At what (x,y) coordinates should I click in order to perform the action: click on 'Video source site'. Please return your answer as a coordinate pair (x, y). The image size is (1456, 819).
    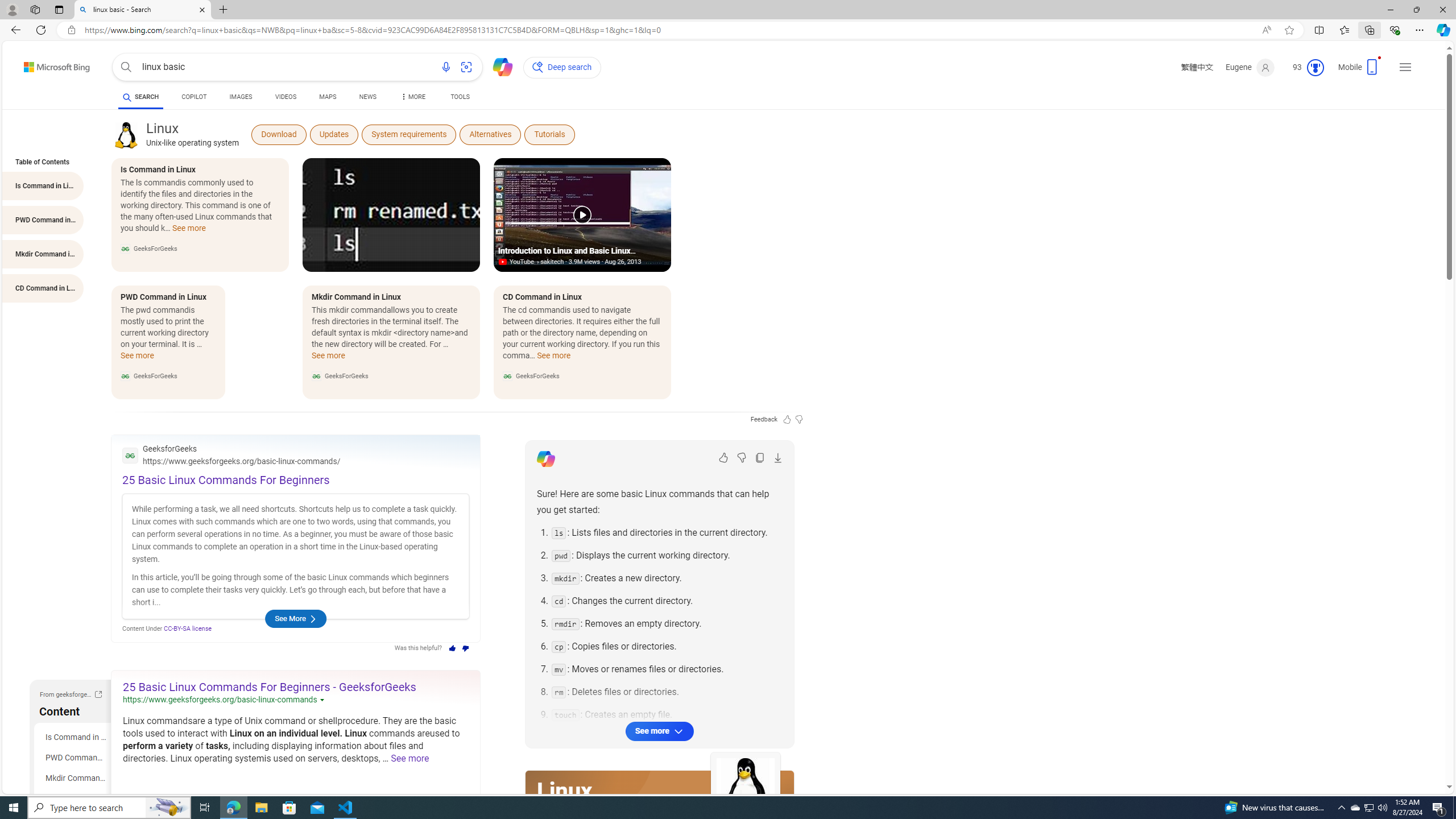
    Looking at the image, I should click on (503, 262).